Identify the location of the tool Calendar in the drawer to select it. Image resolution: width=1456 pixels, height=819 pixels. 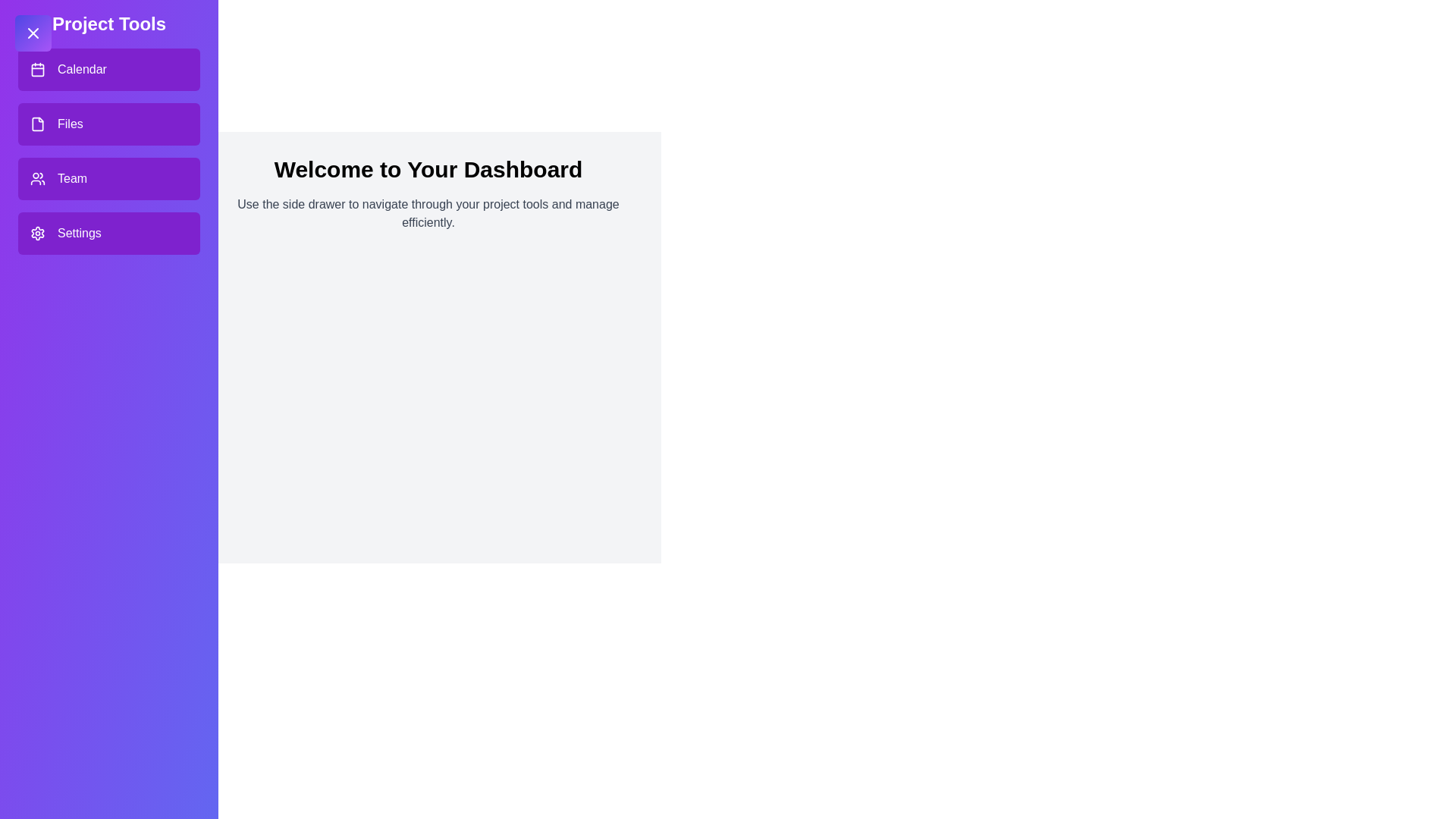
(108, 70).